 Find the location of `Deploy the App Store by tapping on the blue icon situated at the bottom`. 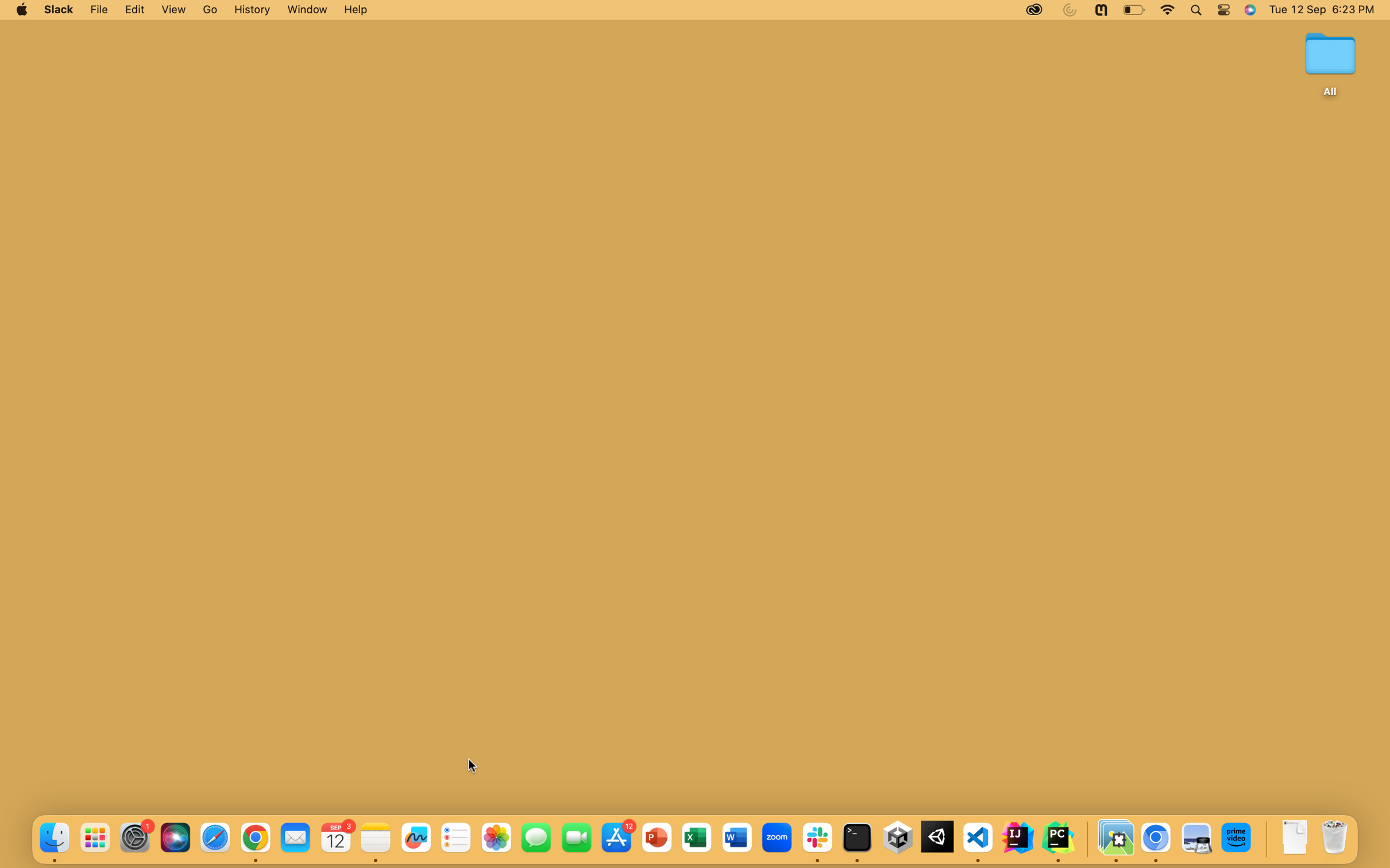

Deploy the App Store by tapping on the blue icon situated at the bottom is located at coordinates (616, 838).